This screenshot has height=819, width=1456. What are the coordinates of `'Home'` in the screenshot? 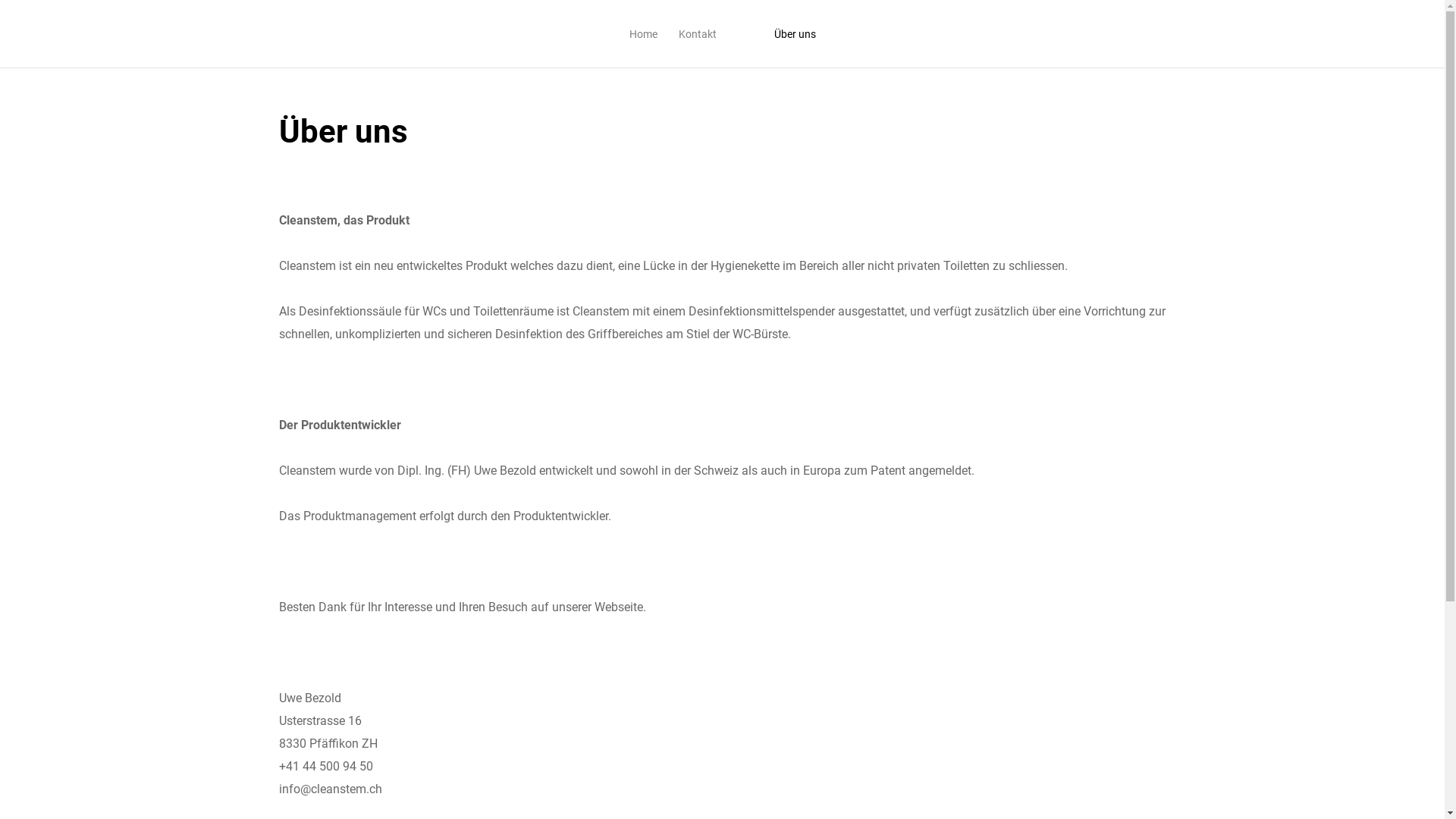 It's located at (643, 34).